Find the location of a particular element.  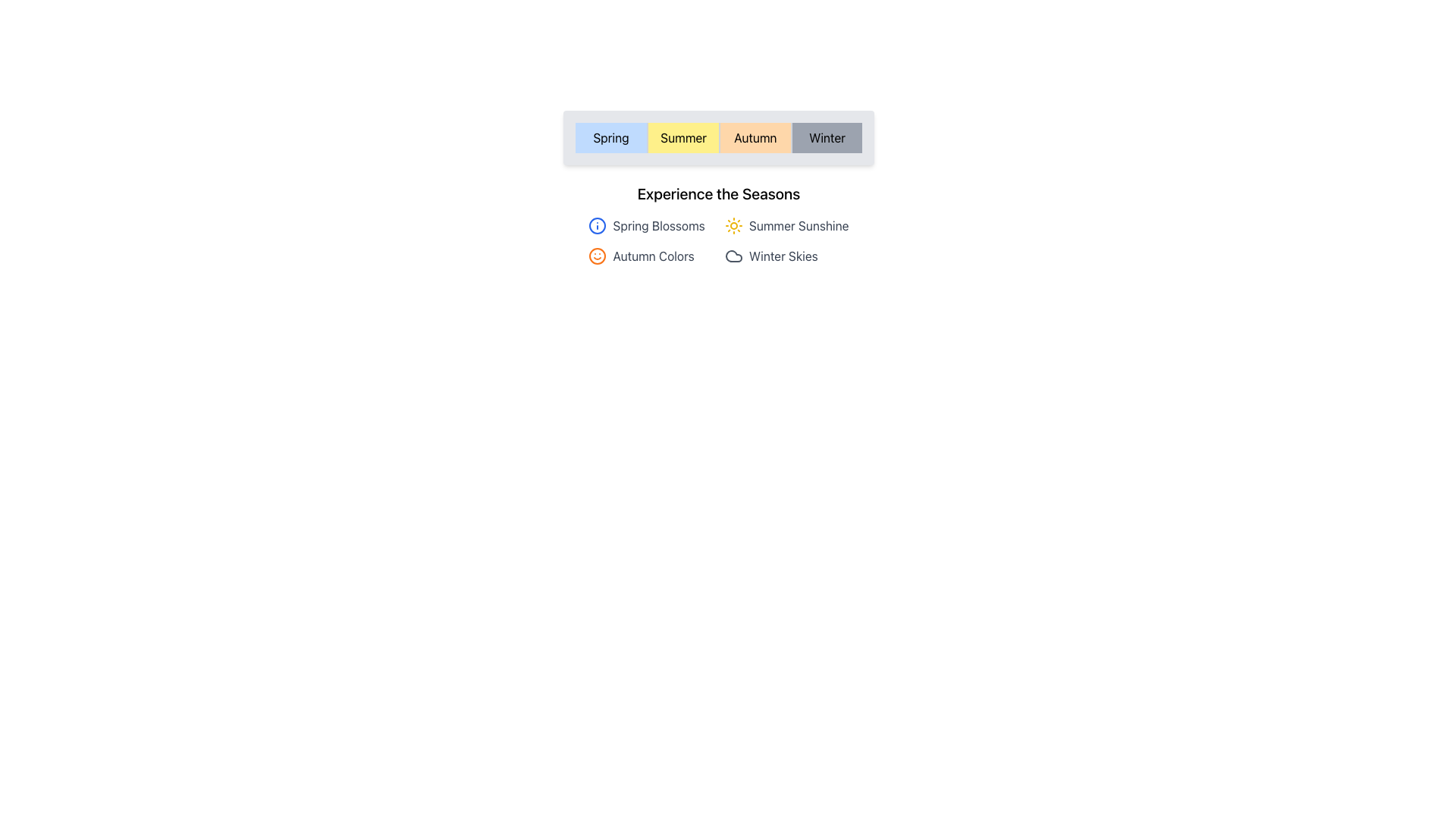

the seasonal header element that provides information about Spring, Summer, Autumn, and Winter is located at coordinates (718, 224).